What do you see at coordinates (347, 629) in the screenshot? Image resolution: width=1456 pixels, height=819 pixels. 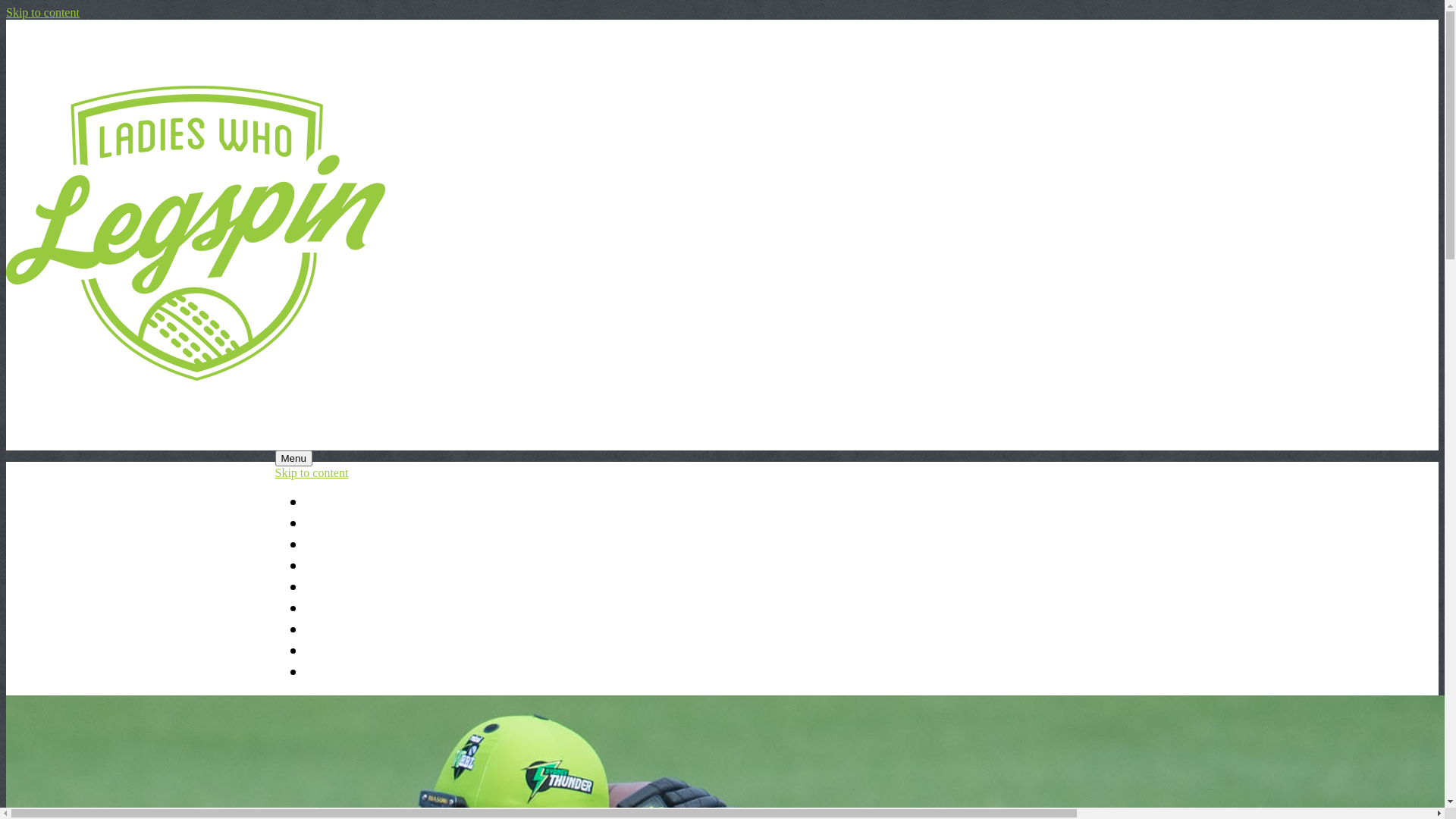 I see `'Other Sports'` at bounding box center [347, 629].